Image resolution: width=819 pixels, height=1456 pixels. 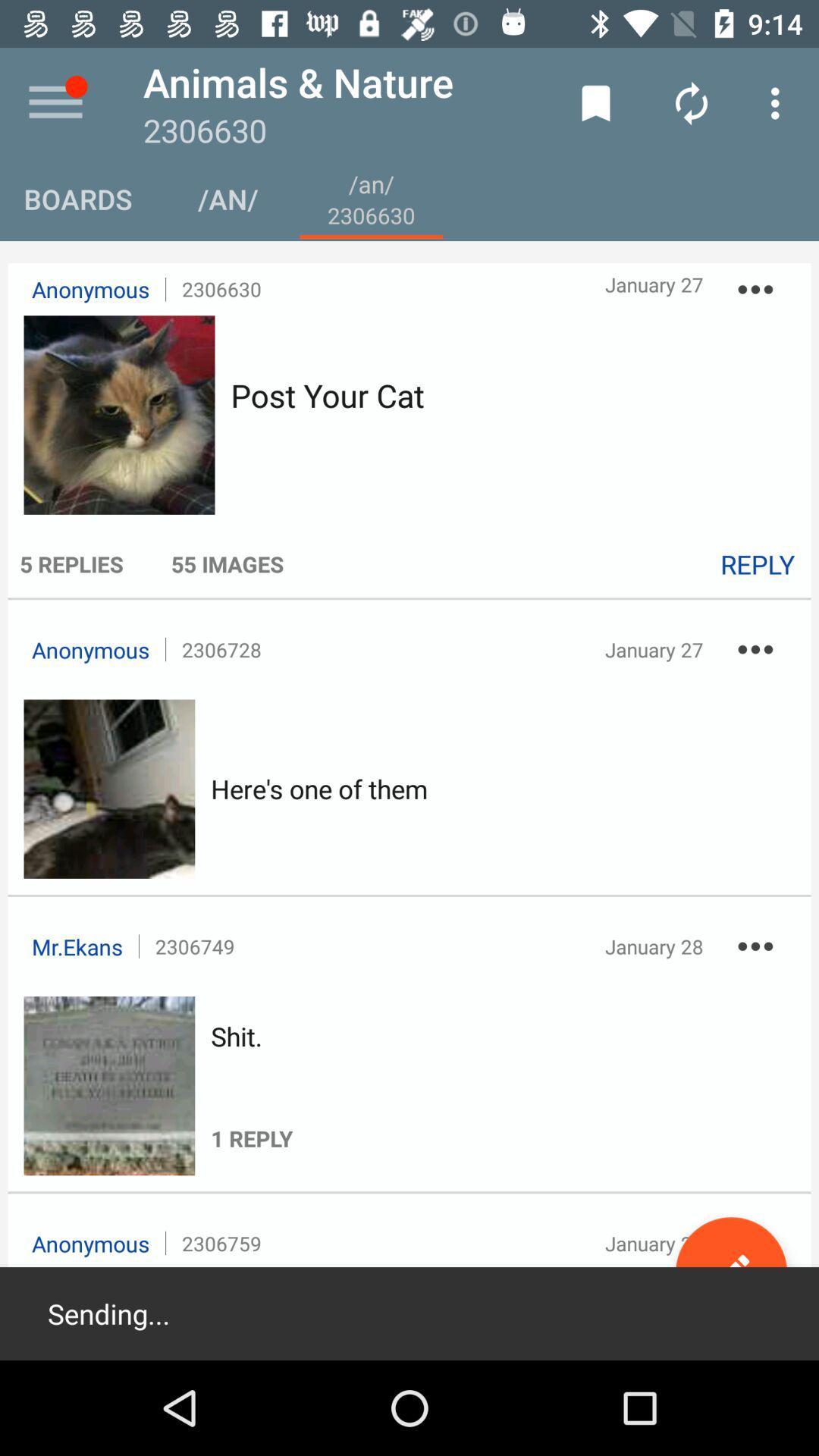 What do you see at coordinates (318, 789) in the screenshot?
I see `the item at the center` at bounding box center [318, 789].